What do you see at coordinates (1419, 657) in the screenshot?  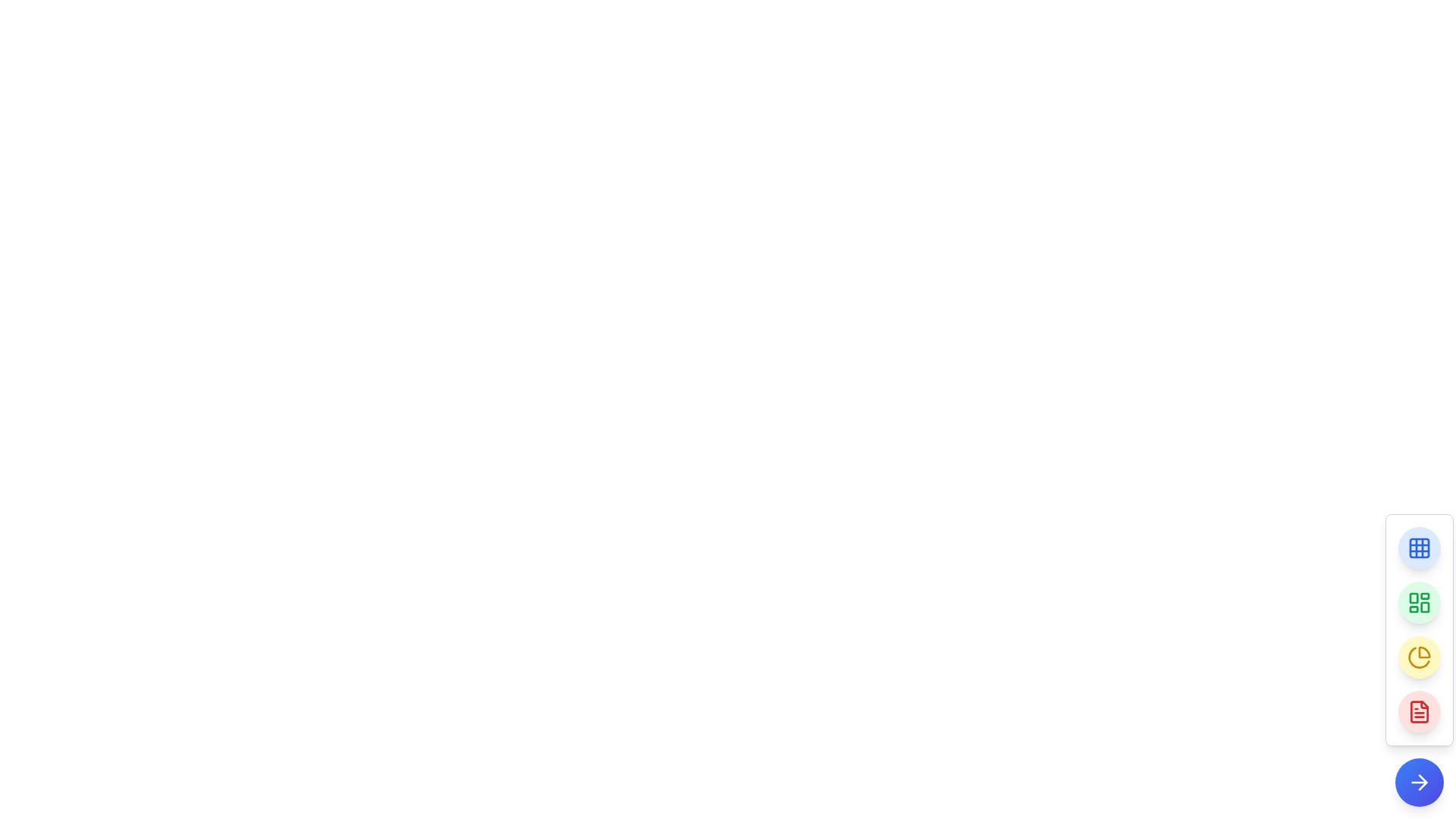 I see `the third button in the vertical stack located near the bottom-right of the interface` at bounding box center [1419, 657].